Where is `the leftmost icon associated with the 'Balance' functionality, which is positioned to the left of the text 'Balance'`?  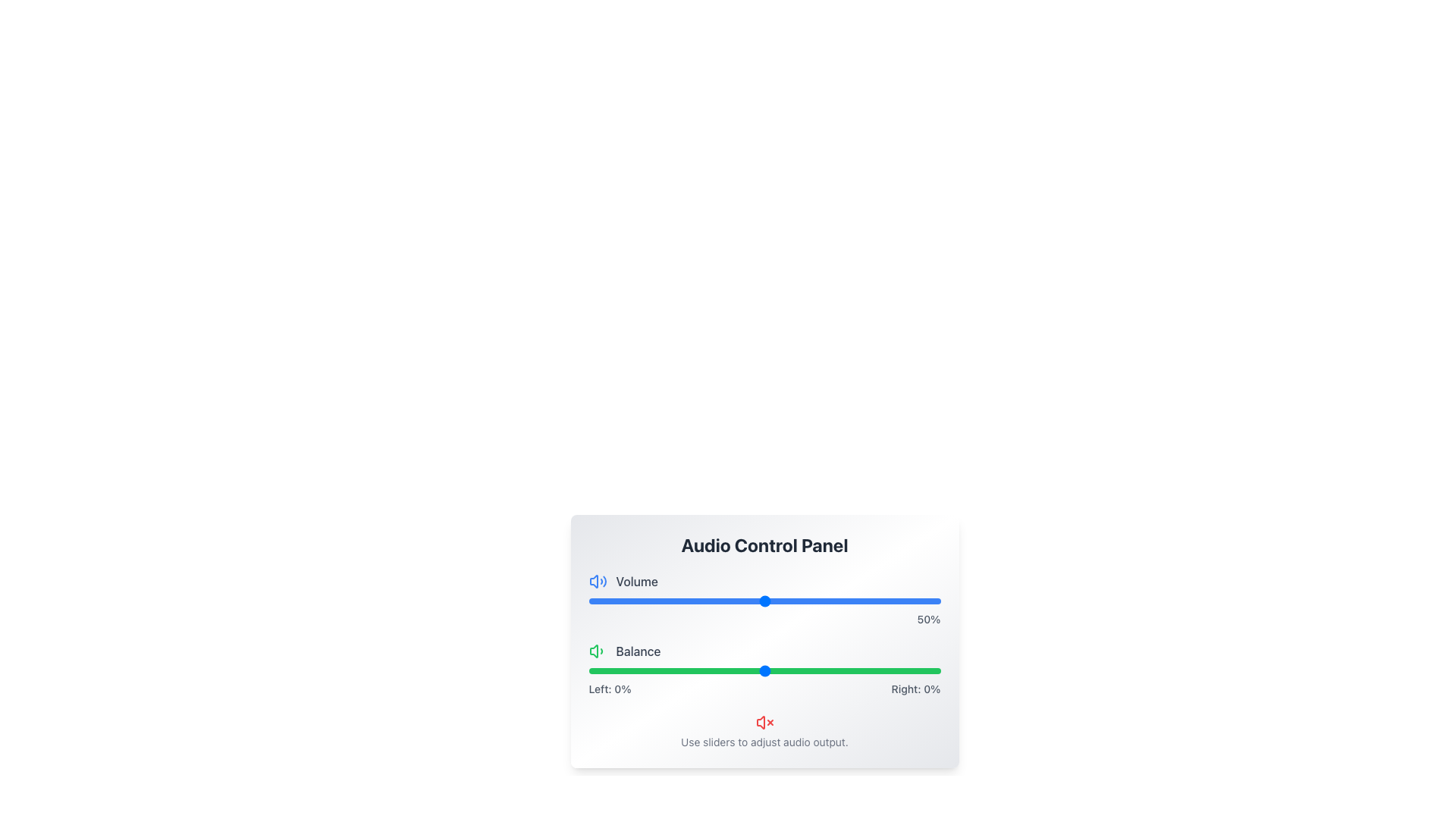 the leftmost icon associated with the 'Balance' functionality, which is positioned to the left of the text 'Balance' is located at coordinates (597, 651).